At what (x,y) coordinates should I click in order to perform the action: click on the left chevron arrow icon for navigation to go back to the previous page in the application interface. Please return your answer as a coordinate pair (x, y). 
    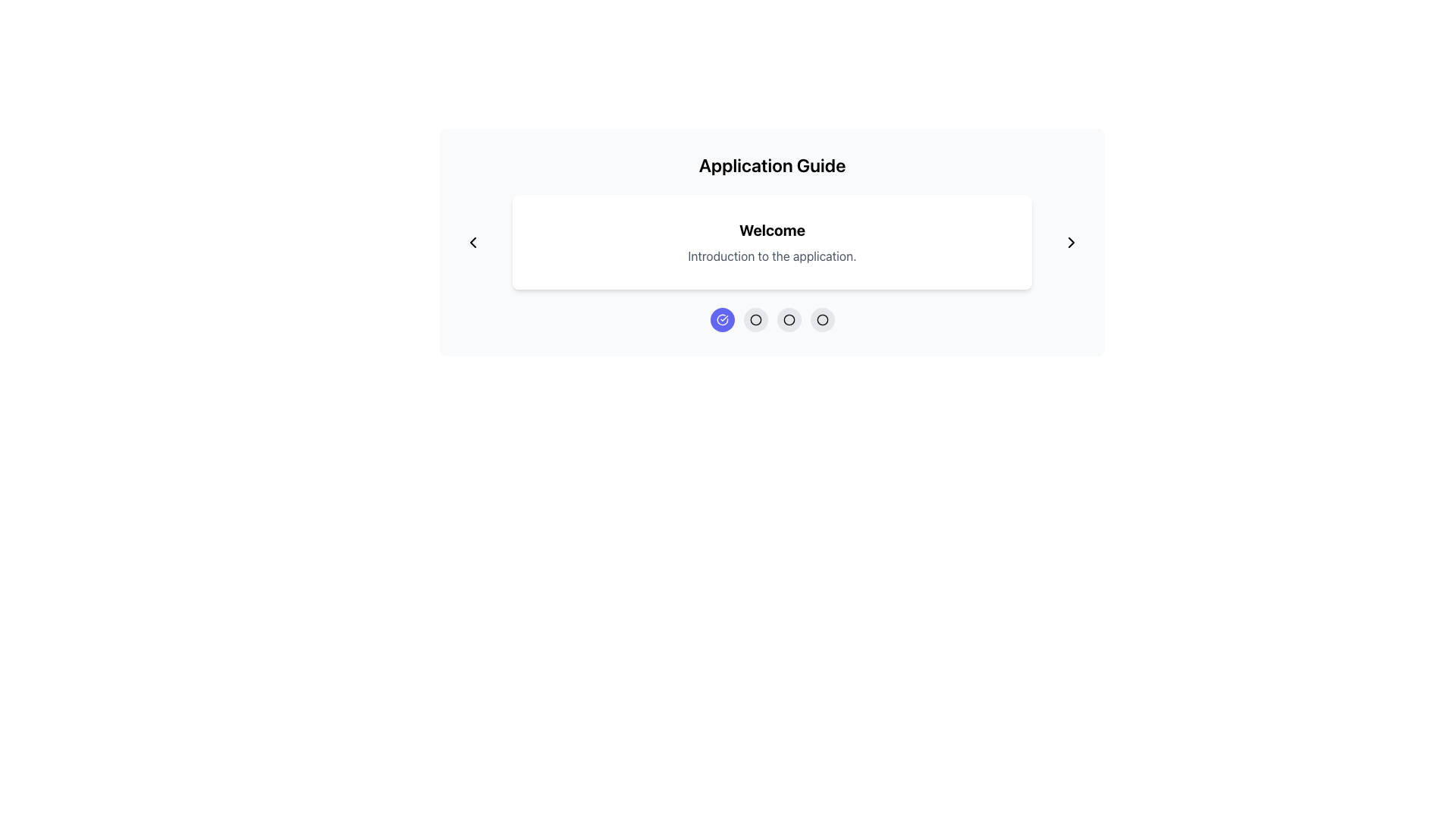
    Looking at the image, I should click on (472, 242).